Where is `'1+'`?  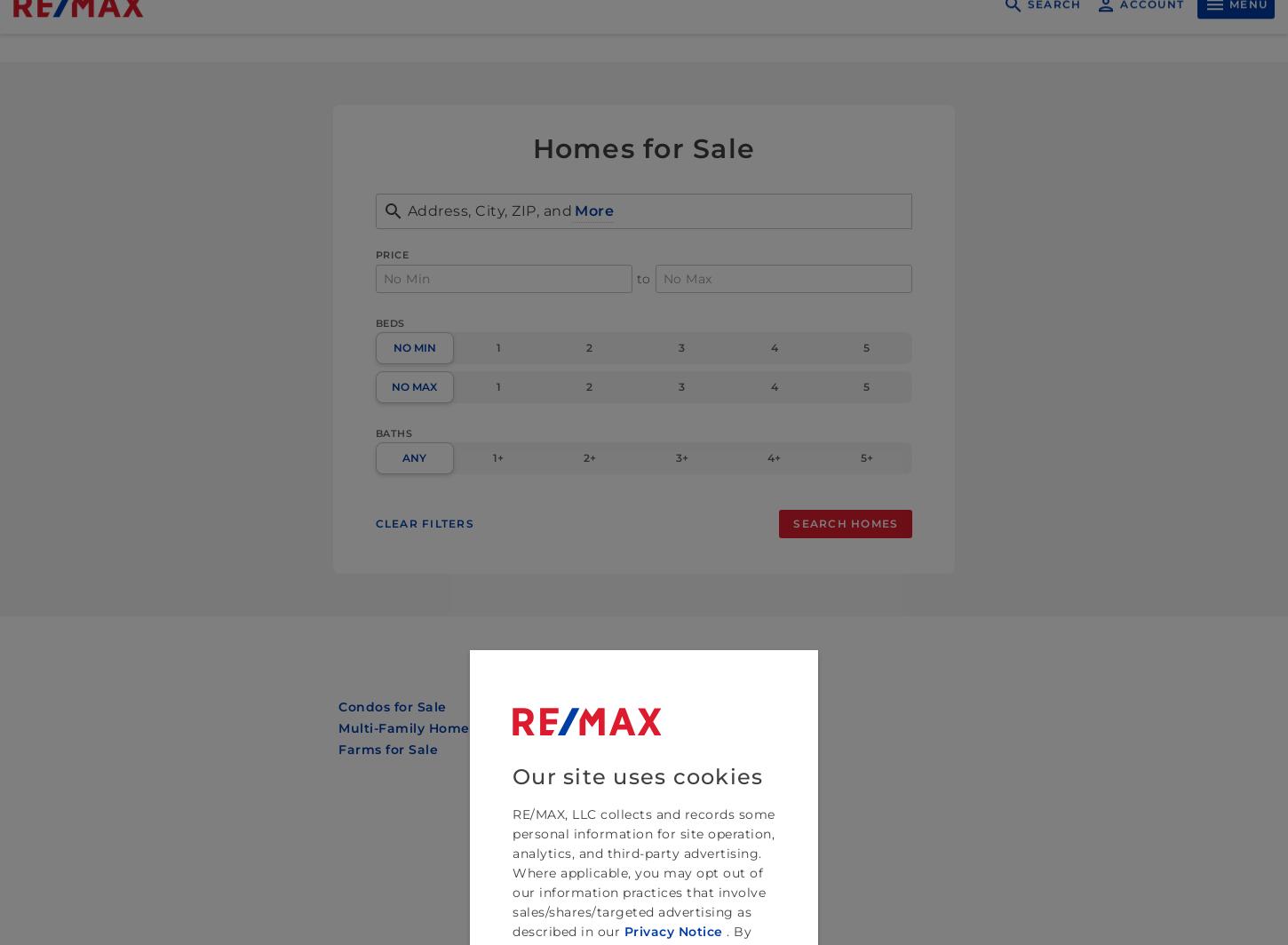
'1+' is located at coordinates (498, 457).